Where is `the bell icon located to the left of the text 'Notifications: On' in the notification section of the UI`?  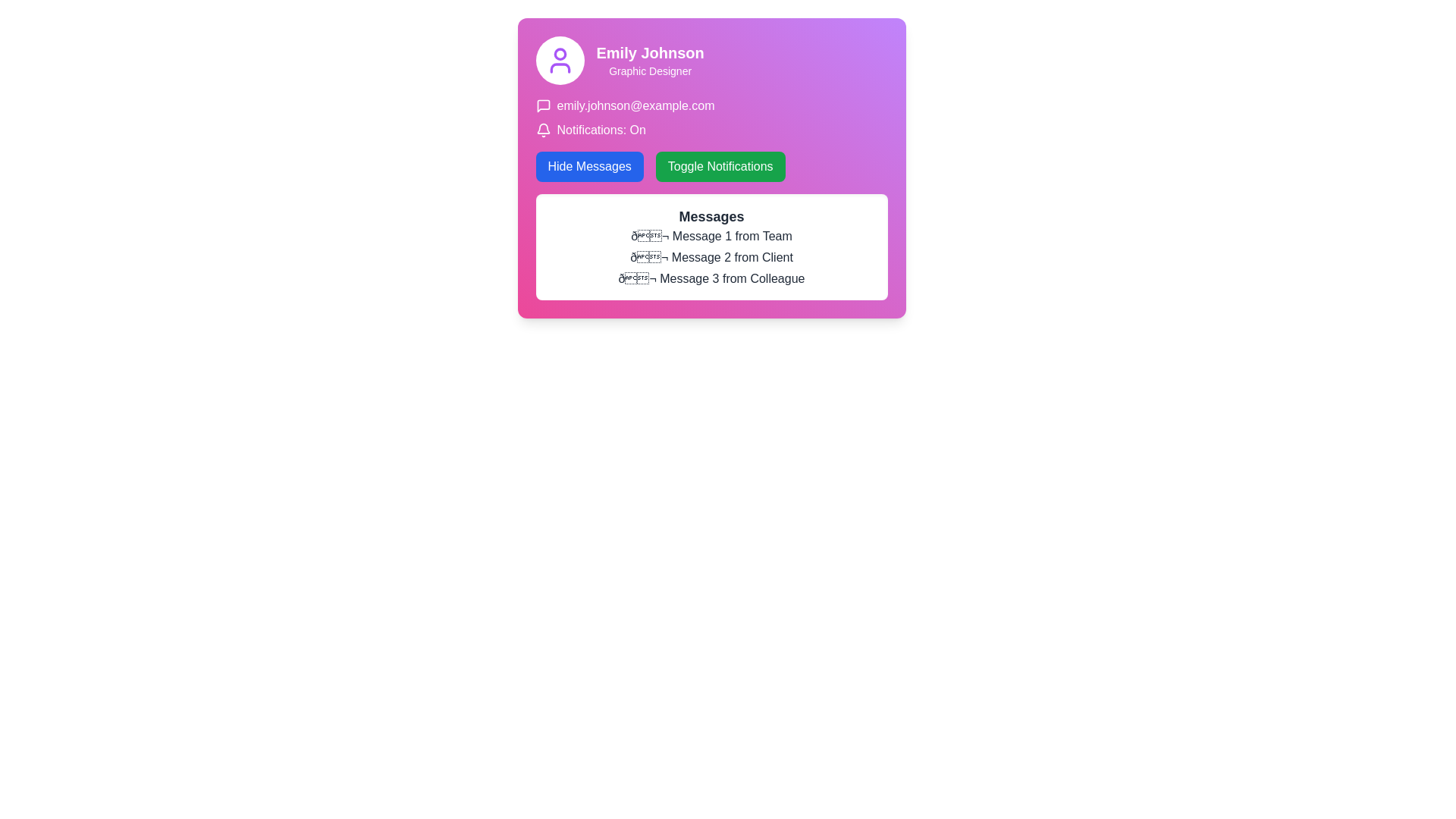
the bell icon located to the left of the text 'Notifications: On' in the notification section of the UI is located at coordinates (543, 130).